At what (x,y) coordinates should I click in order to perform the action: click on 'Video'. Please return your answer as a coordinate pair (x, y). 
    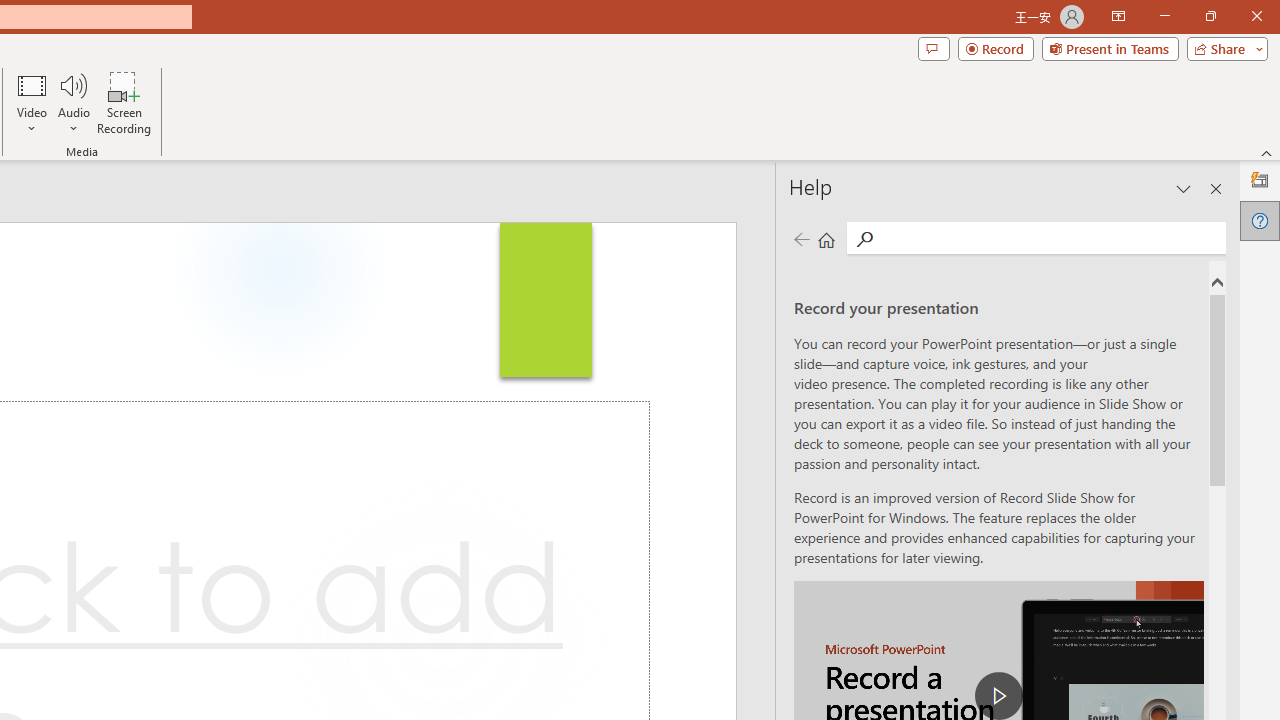
    Looking at the image, I should click on (32, 103).